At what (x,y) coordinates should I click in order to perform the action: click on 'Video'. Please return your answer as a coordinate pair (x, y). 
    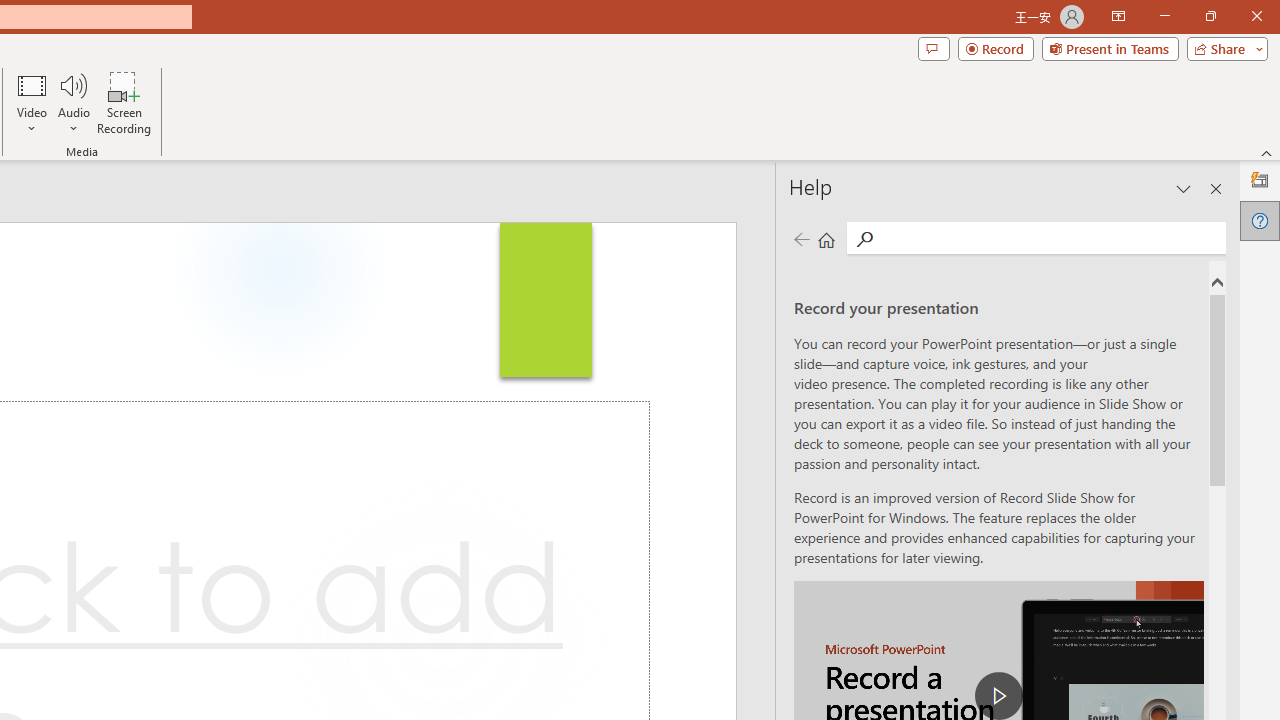
    Looking at the image, I should click on (32, 103).